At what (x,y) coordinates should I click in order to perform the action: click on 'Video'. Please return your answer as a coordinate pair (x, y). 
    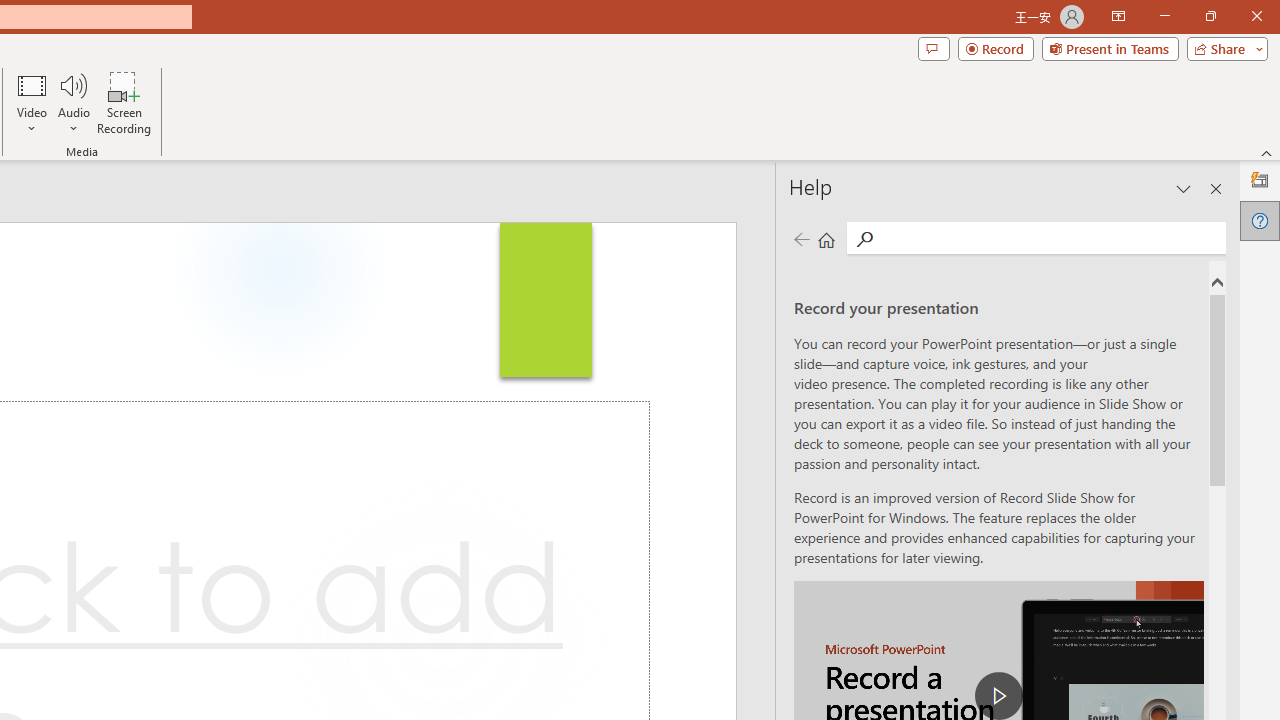
    Looking at the image, I should click on (32, 103).